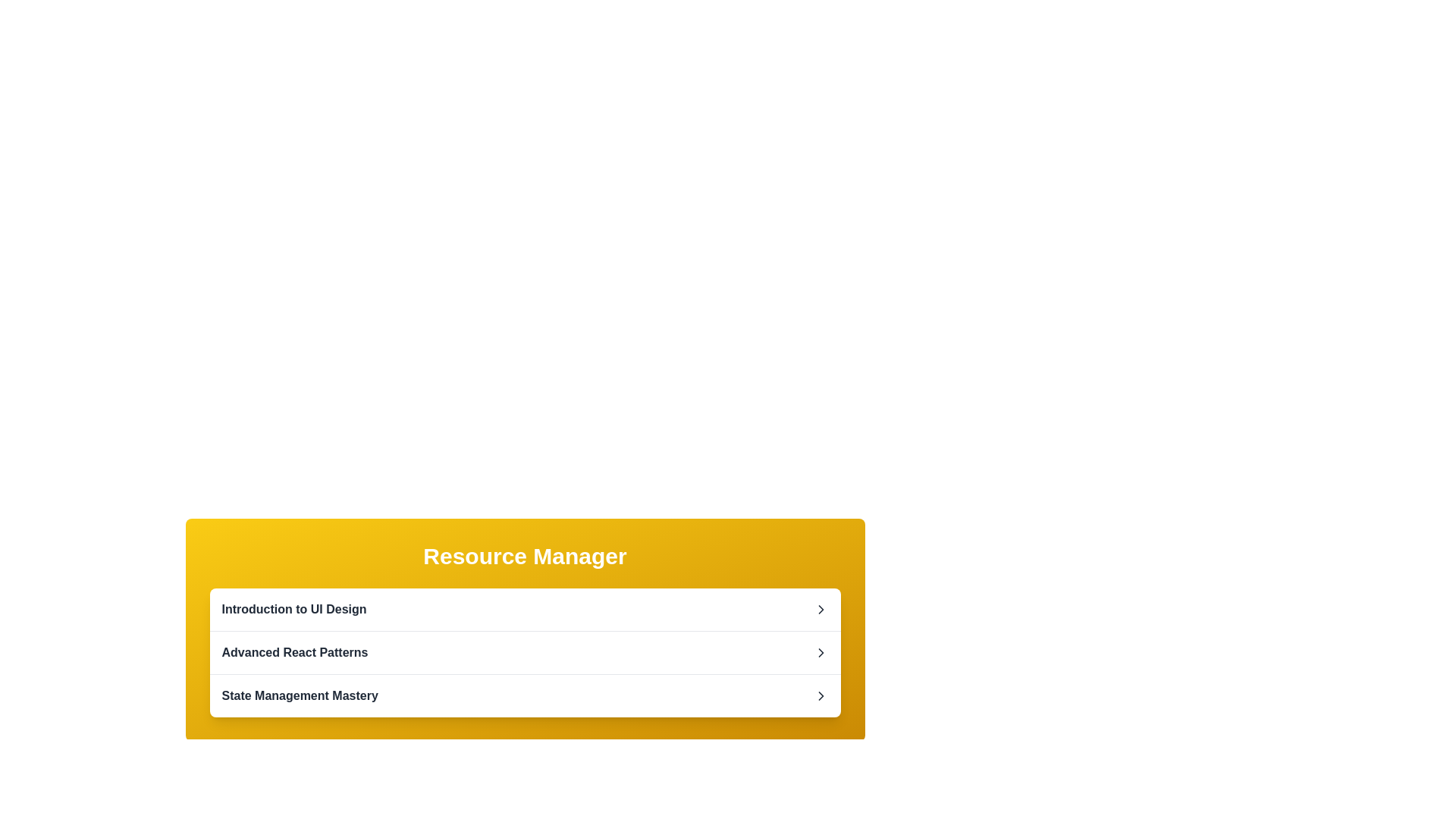 This screenshot has width=1456, height=819. I want to click on the 'State Management Mastery' navigation link, which is the third item, so click(525, 695).